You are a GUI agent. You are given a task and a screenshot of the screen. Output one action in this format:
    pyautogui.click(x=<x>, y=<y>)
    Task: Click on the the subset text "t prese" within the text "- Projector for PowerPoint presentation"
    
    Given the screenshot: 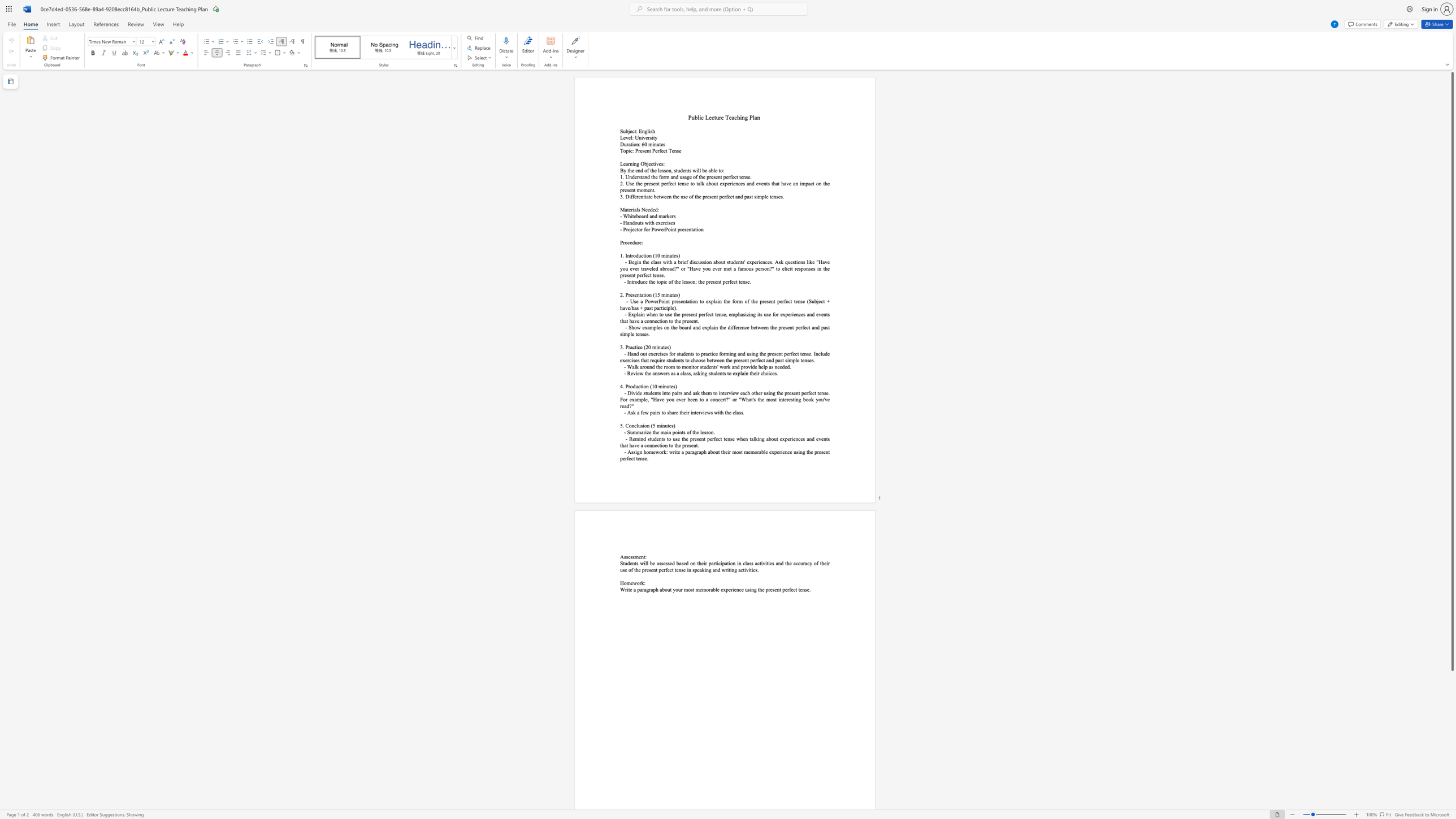 What is the action you would take?
    pyautogui.click(x=674, y=229)
    